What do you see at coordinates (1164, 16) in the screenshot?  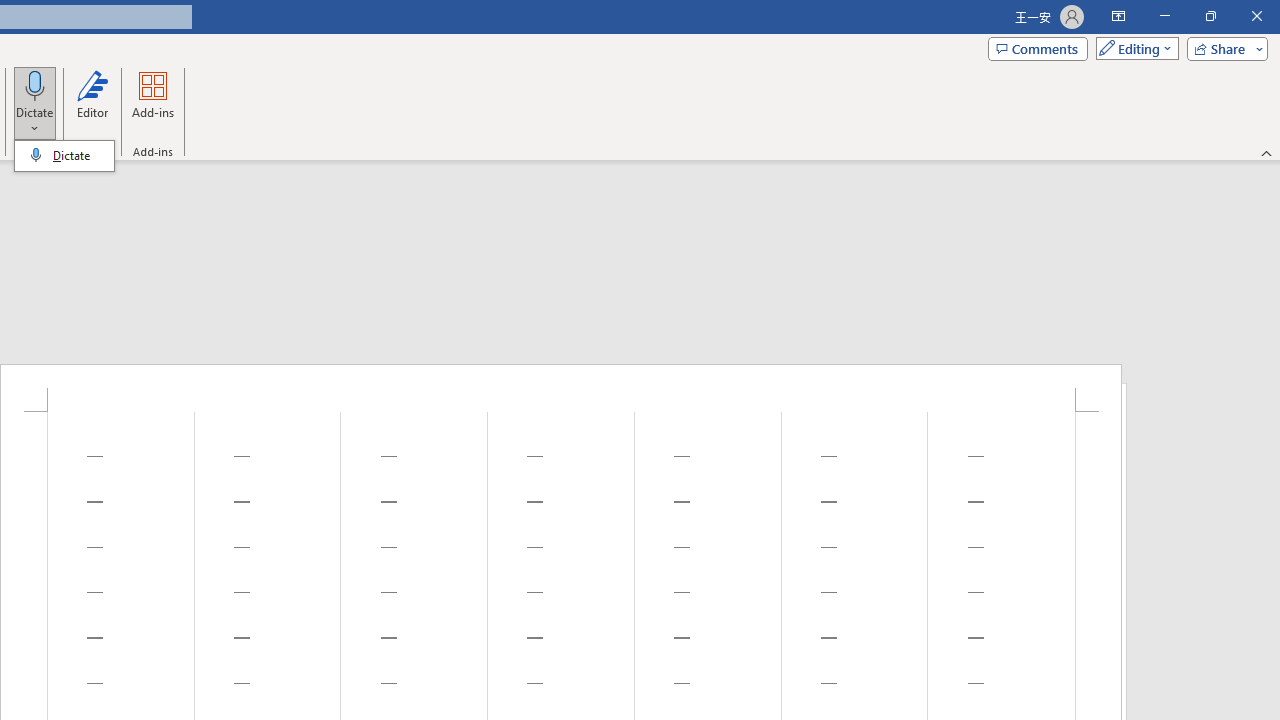 I see `'Minimize'` at bounding box center [1164, 16].